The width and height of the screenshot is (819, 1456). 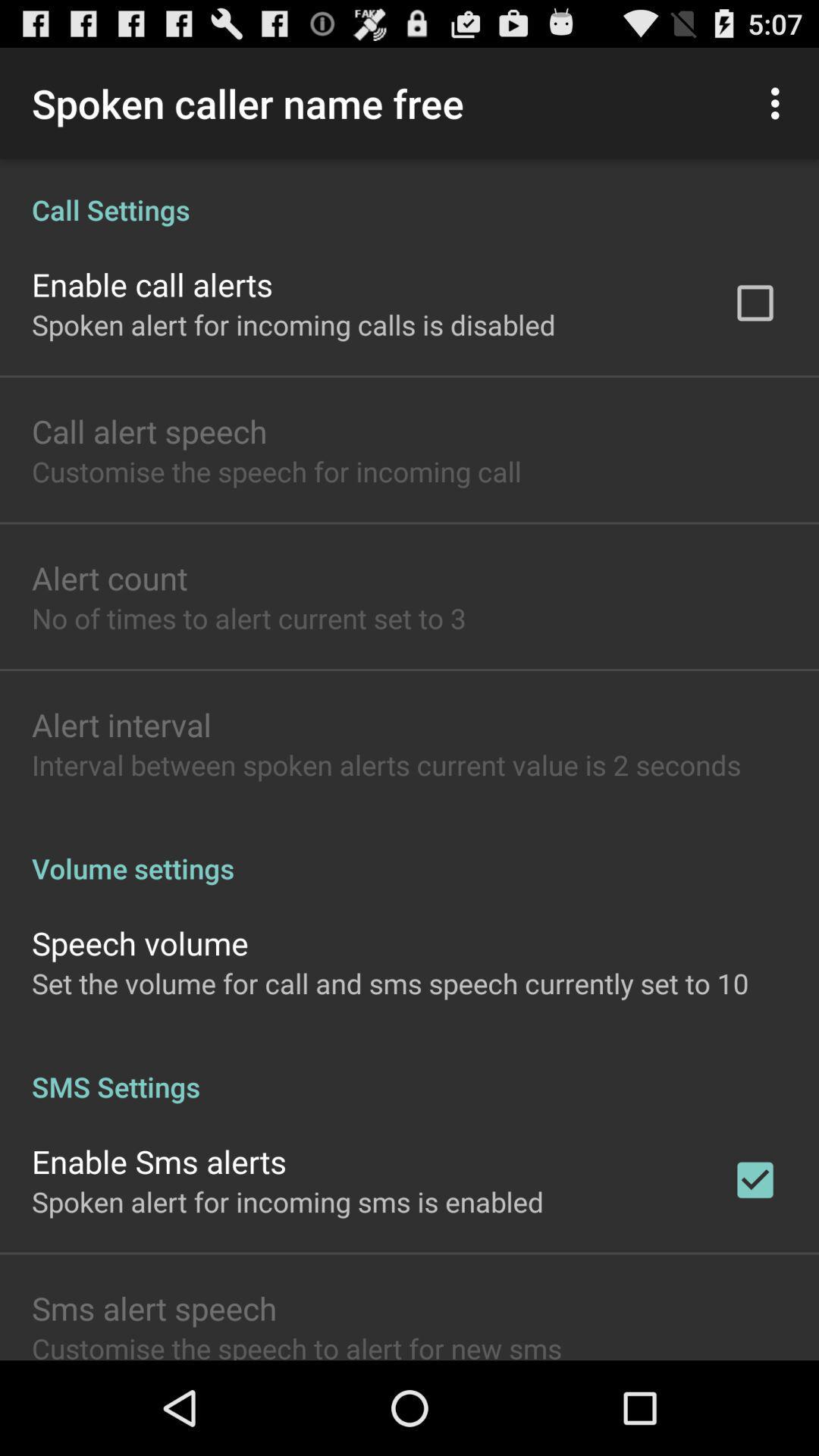 I want to click on icon above the call settings icon, so click(x=779, y=102).